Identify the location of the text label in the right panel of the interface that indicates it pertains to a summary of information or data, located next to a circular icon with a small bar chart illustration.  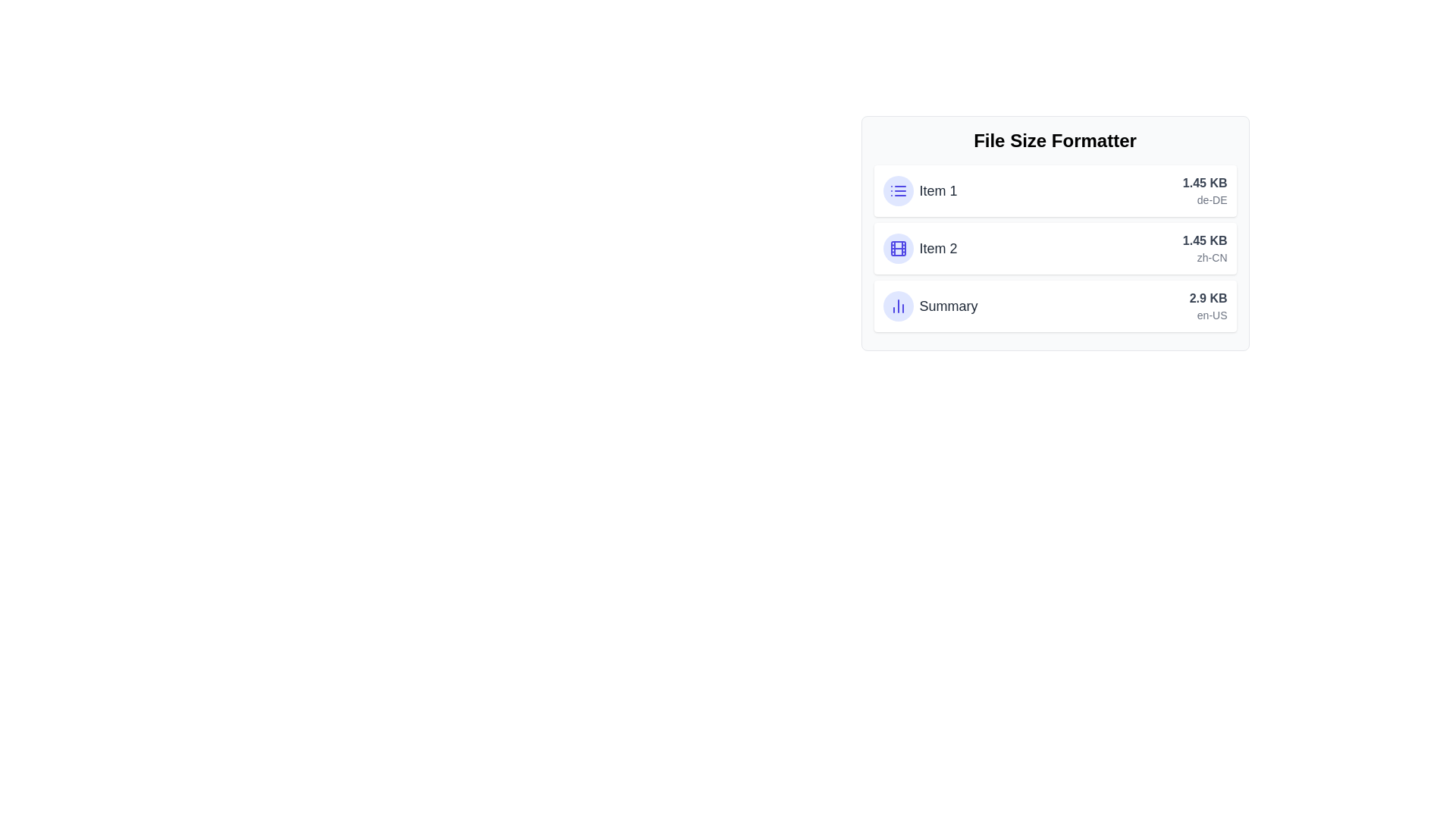
(948, 306).